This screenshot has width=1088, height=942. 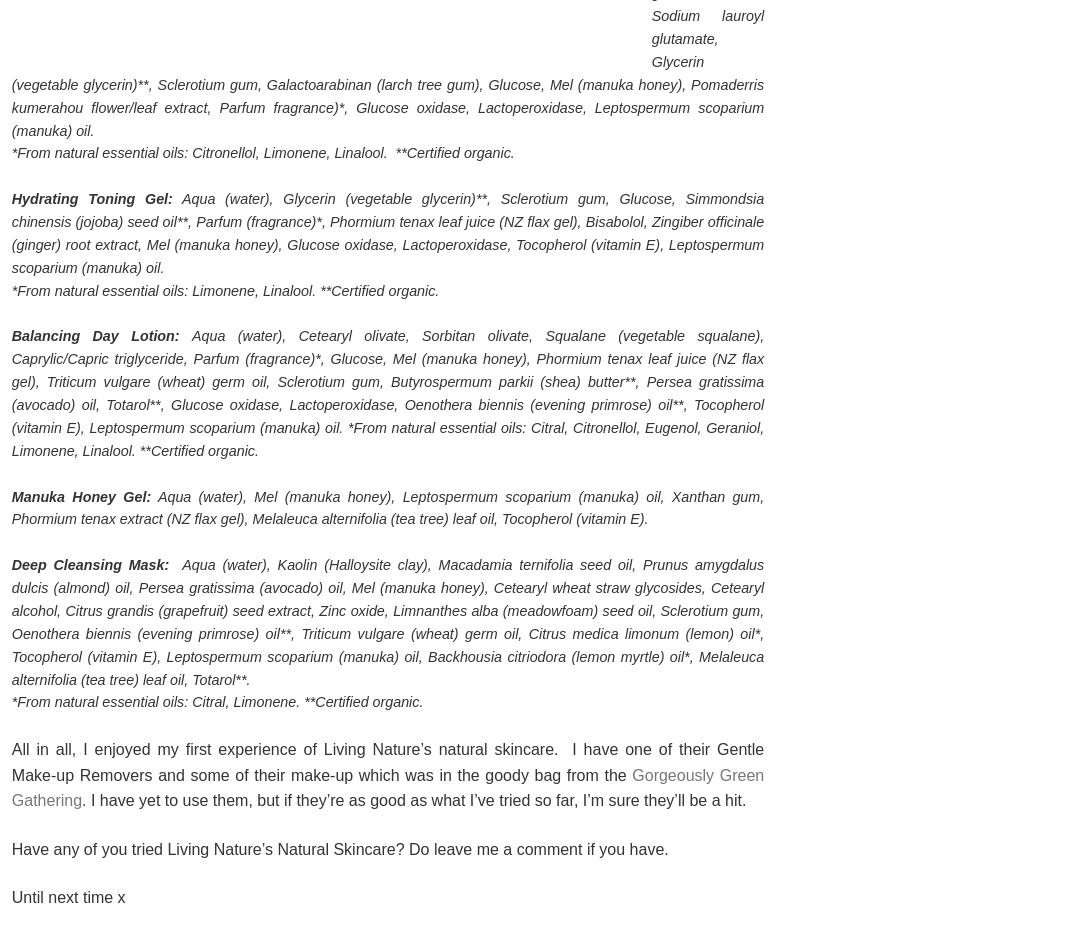 What do you see at coordinates (387, 621) in the screenshot?
I see `'Aqua (water), Kaolin (Halloysite clay),
Macadamia ternifolia seed oil, Prunus amygdalus dulcis (almond) oil, Persea
gratissima (avocado) oil, Mel (manuka honey), Cetearyl wheat straw glycosides,
Cetearyl alcohol, Citrus grandis (grapefruit) seed extract, Zinc oxide,
Limnanthes alba (meadowfoam) seed oil, Sclerotium gum, Oenothera biennis
(evening primrose) oil**, Triticum vulgare (wheat) germ oil, Citrus medica
limonum (lemon) oil*, Tocopherol (vitamin E), Leptospermum scoparium (manuka)
oil, Backhousia citriodora (lemon myrtle) oil*, Melaleuca alternifolia (tea
tree) leaf oil, Totarol**.'` at bounding box center [387, 621].